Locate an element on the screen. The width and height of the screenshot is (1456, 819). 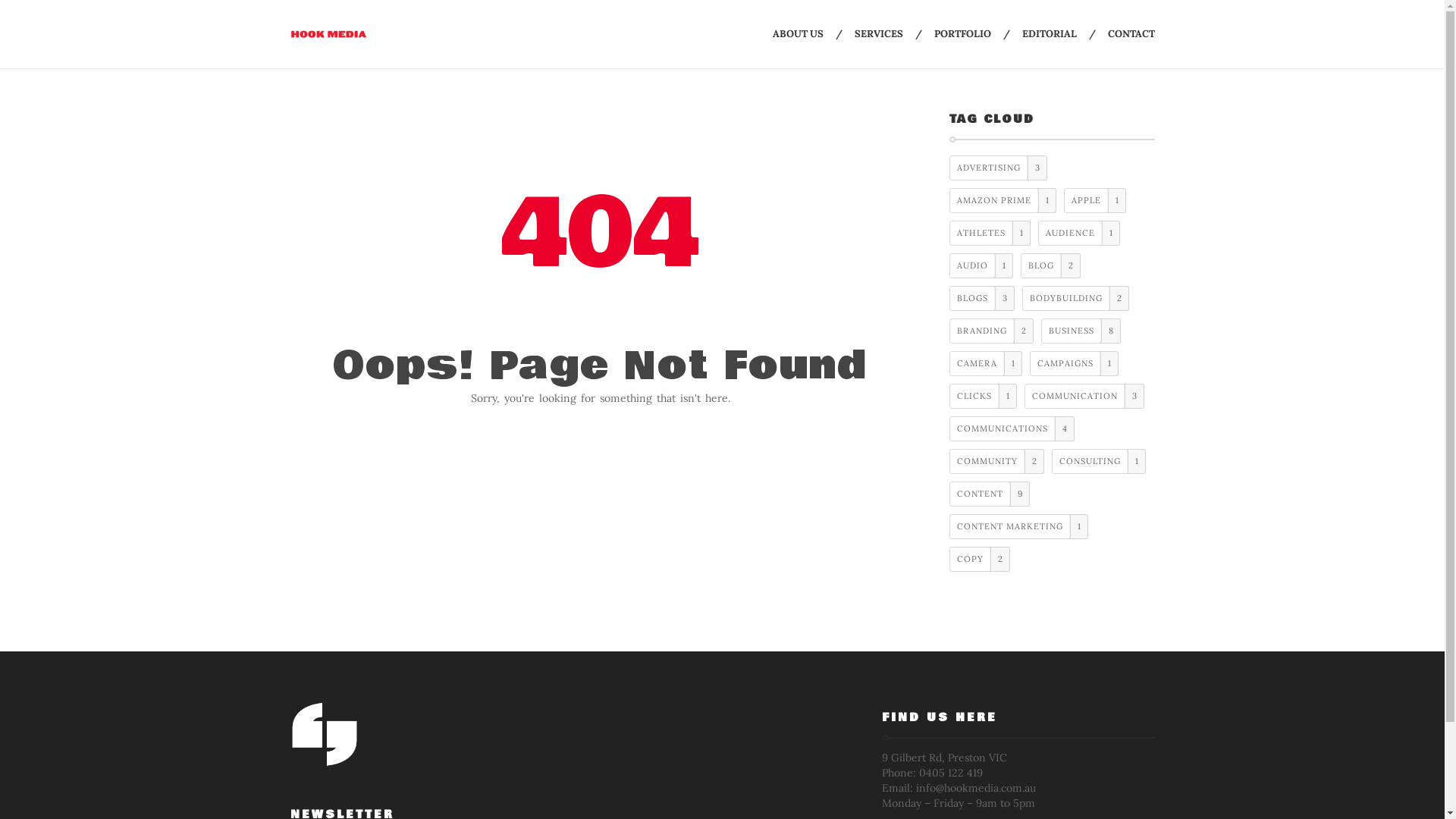
'BODYBUILDING2' is located at coordinates (1075, 298).